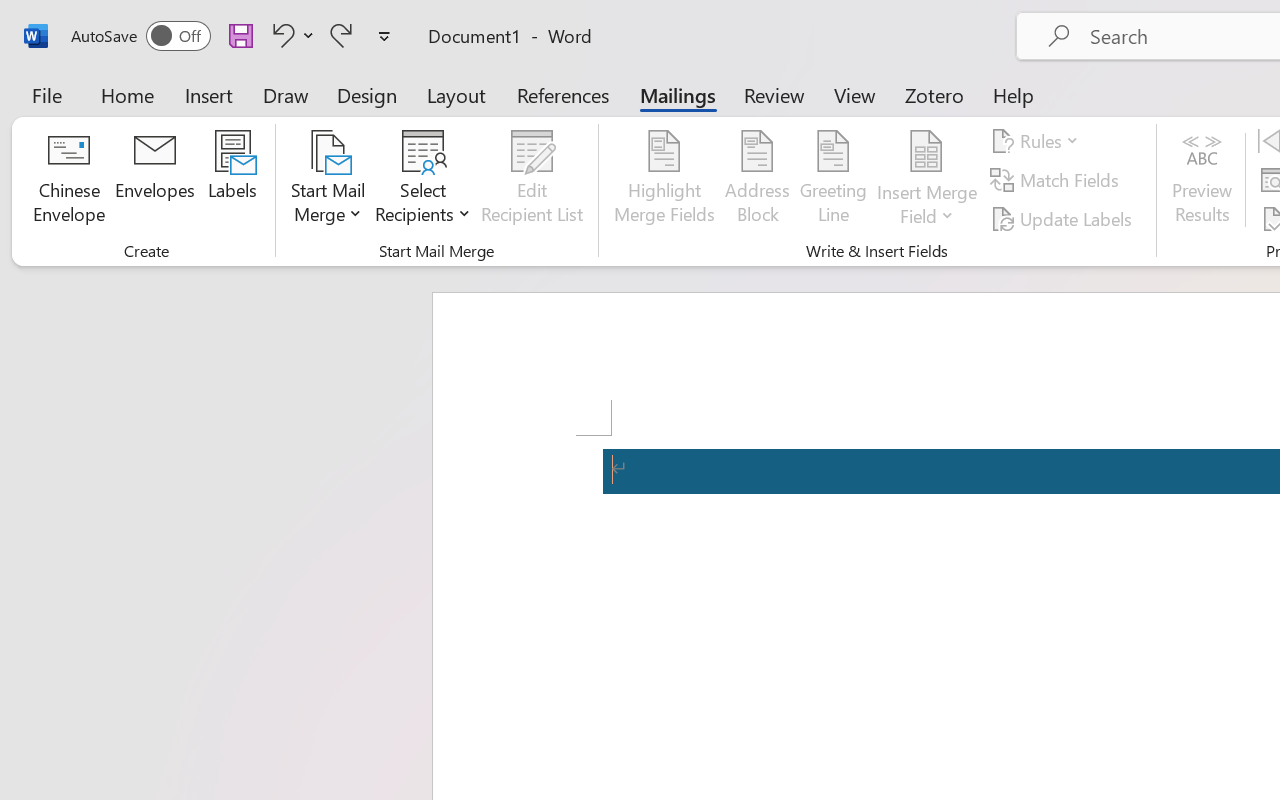  I want to click on 'Undo Apply Quick Style Set', so click(289, 34).